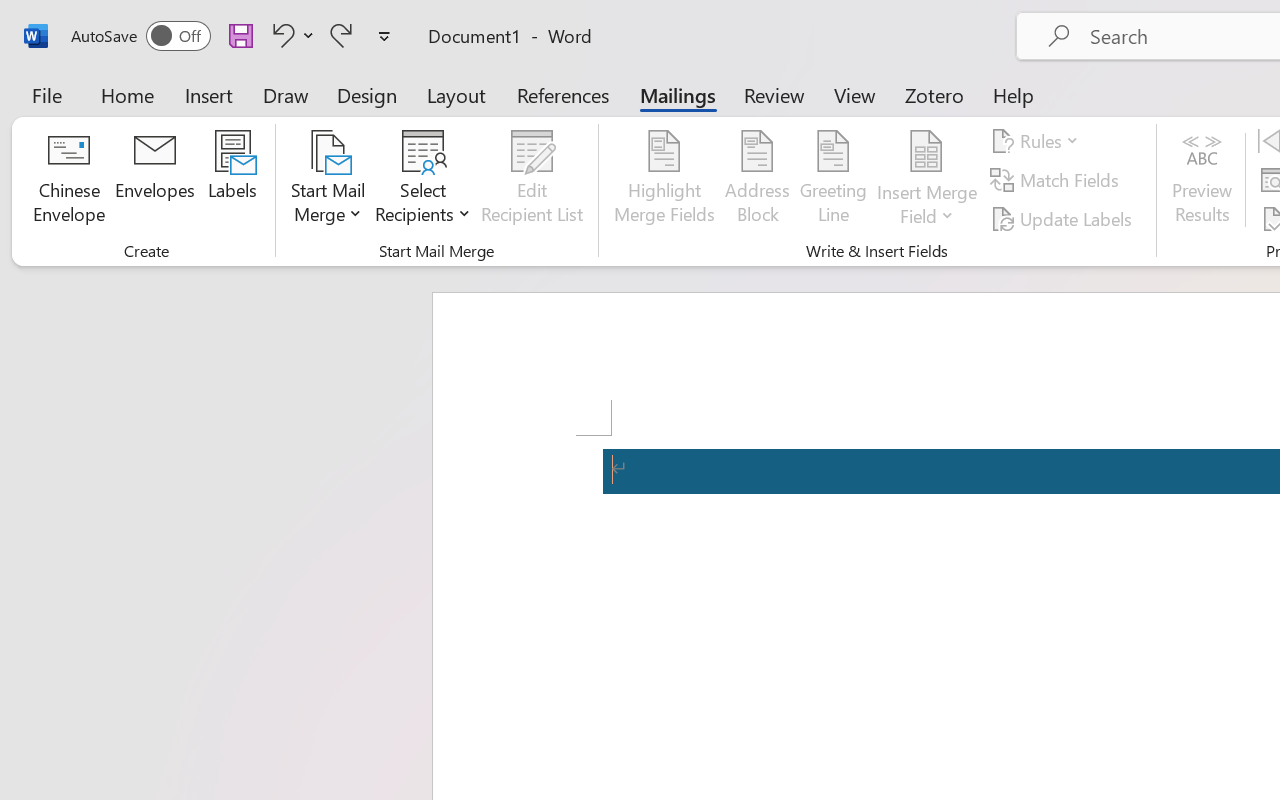  I want to click on 'Undo Apply Quick Style Set', so click(289, 34).